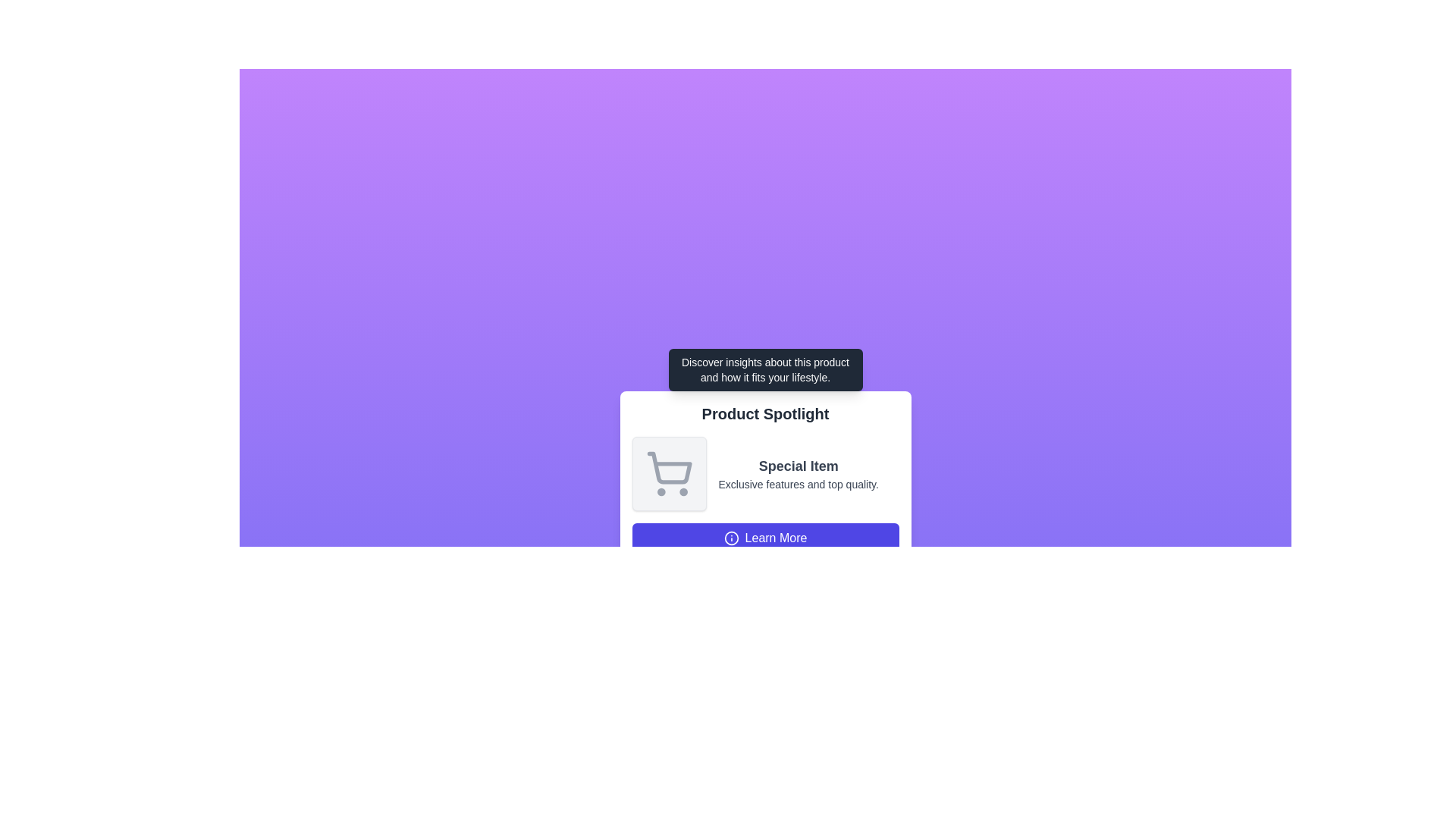  Describe the element at coordinates (731, 537) in the screenshot. I see `the informational icon located near the left edge of the 'Learn More' button at the bottom of the card layout` at that location.